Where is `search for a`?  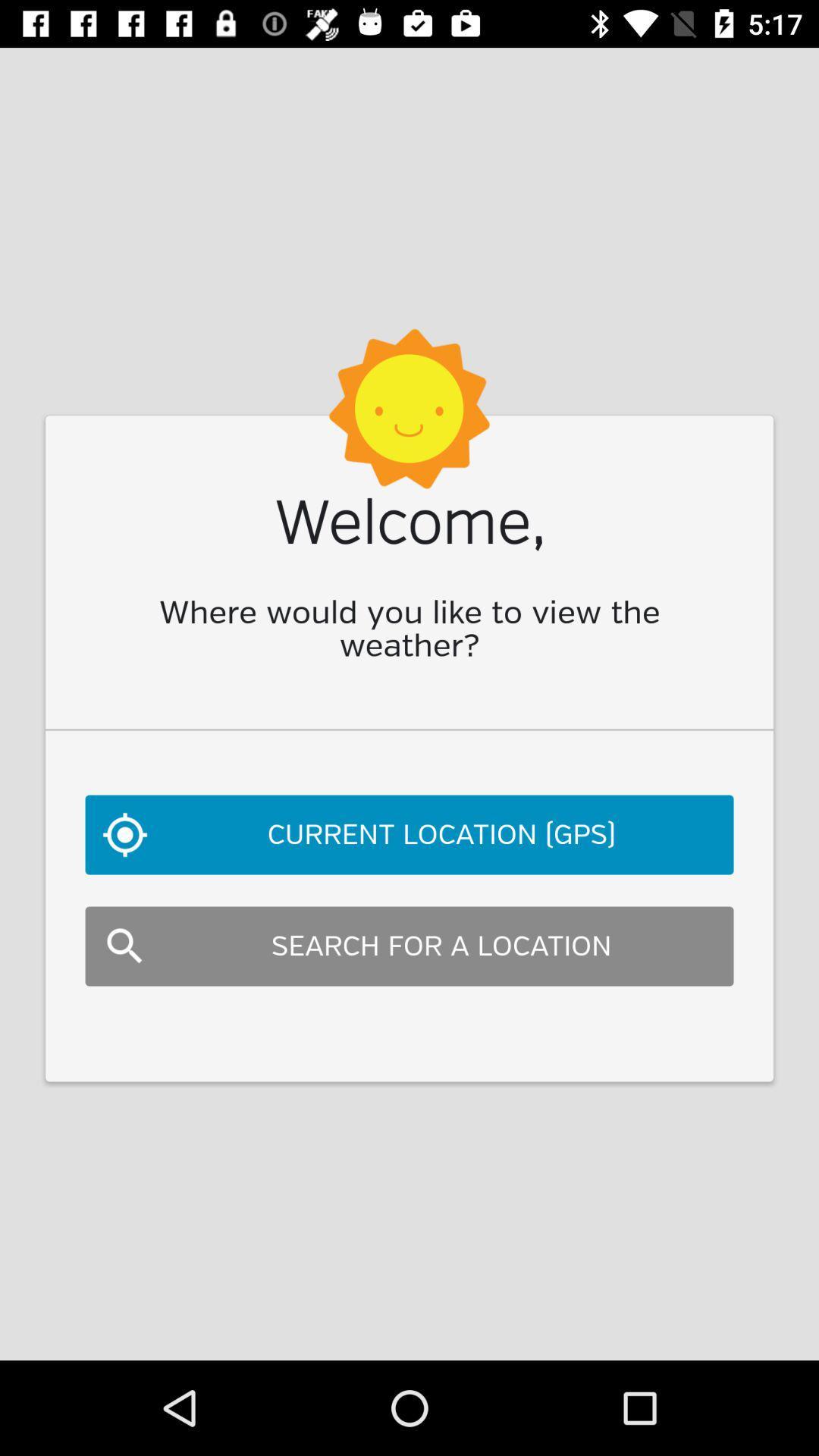
search for a is located at coordinates (409, 946).